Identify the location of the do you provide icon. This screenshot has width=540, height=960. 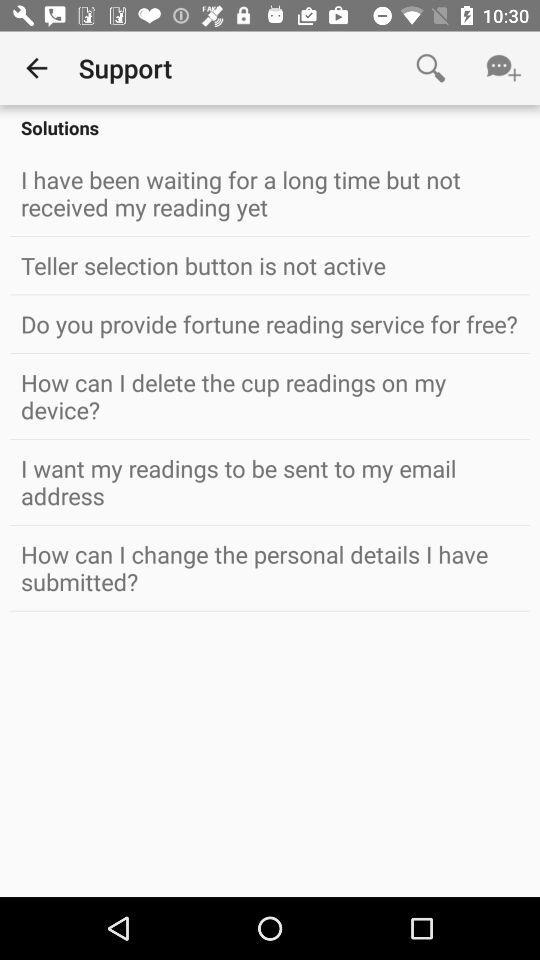
(270, 324).